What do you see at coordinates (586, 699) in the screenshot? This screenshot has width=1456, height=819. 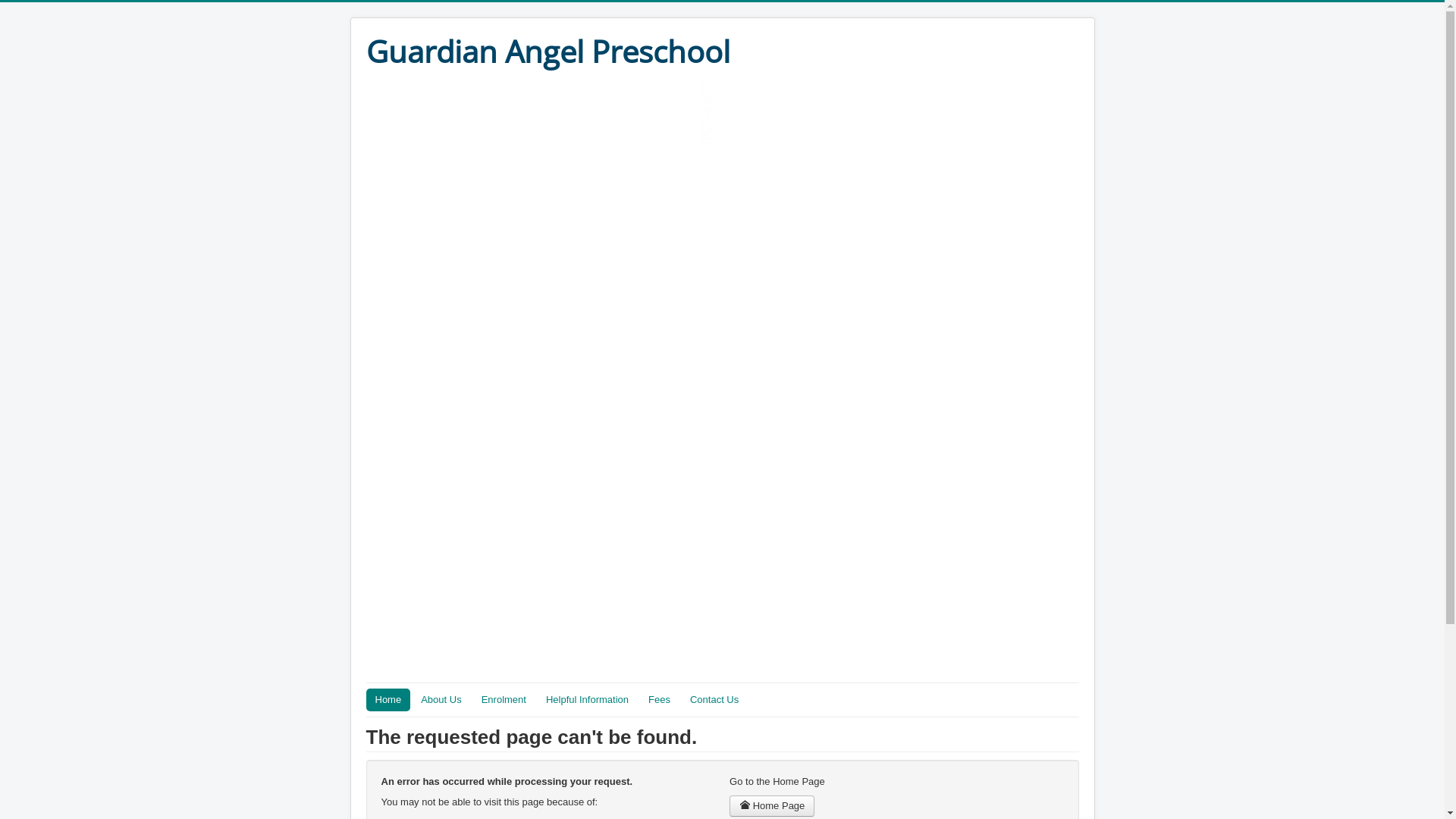 I see `'Helpful Information'` at bounding box center [586, 699].